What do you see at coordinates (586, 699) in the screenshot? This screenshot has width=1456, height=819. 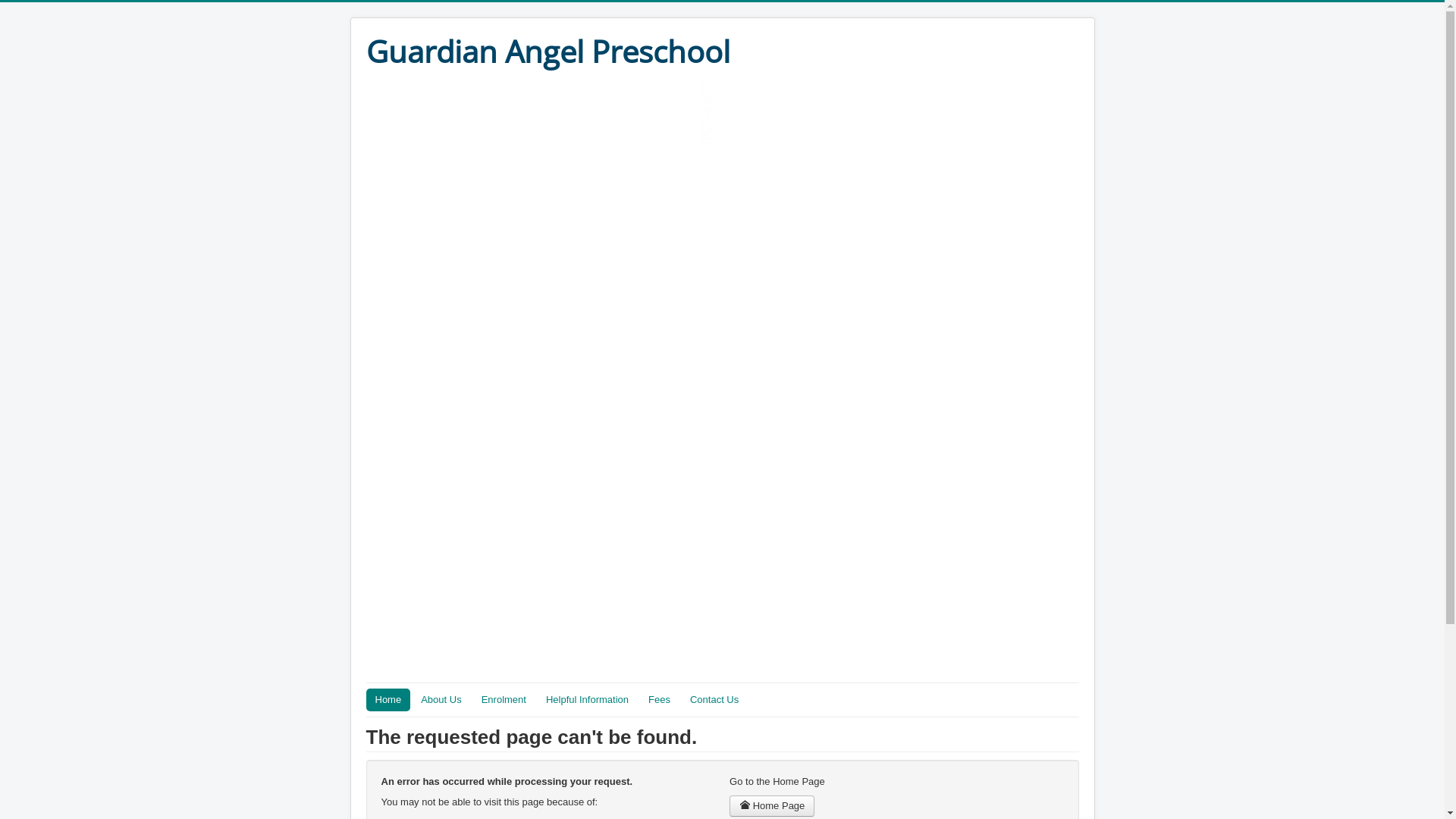 I see `'Helpful Information'` at bounding box center [586, 699].